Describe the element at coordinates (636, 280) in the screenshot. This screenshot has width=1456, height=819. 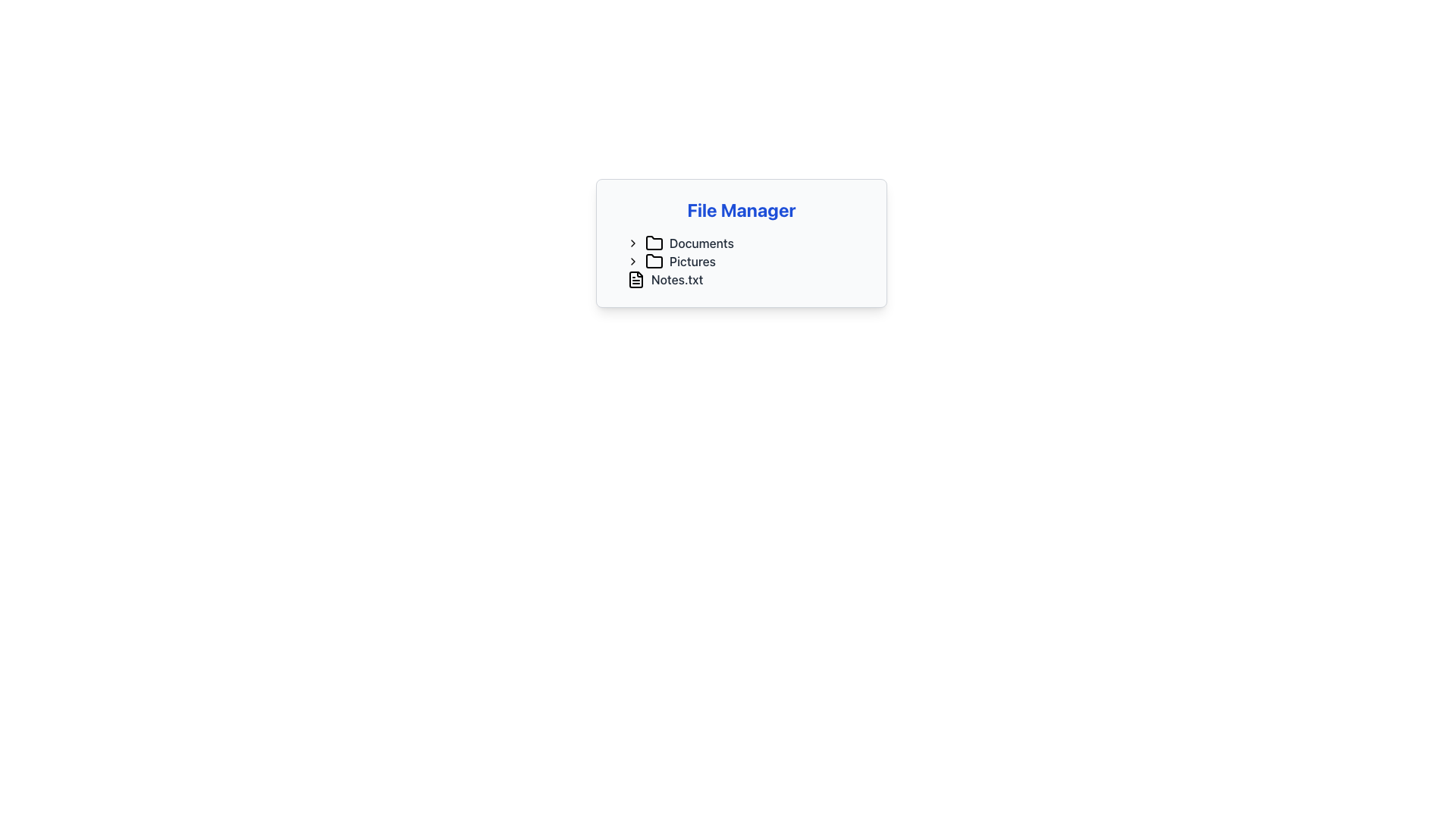
I see `the file document icon` at that location.